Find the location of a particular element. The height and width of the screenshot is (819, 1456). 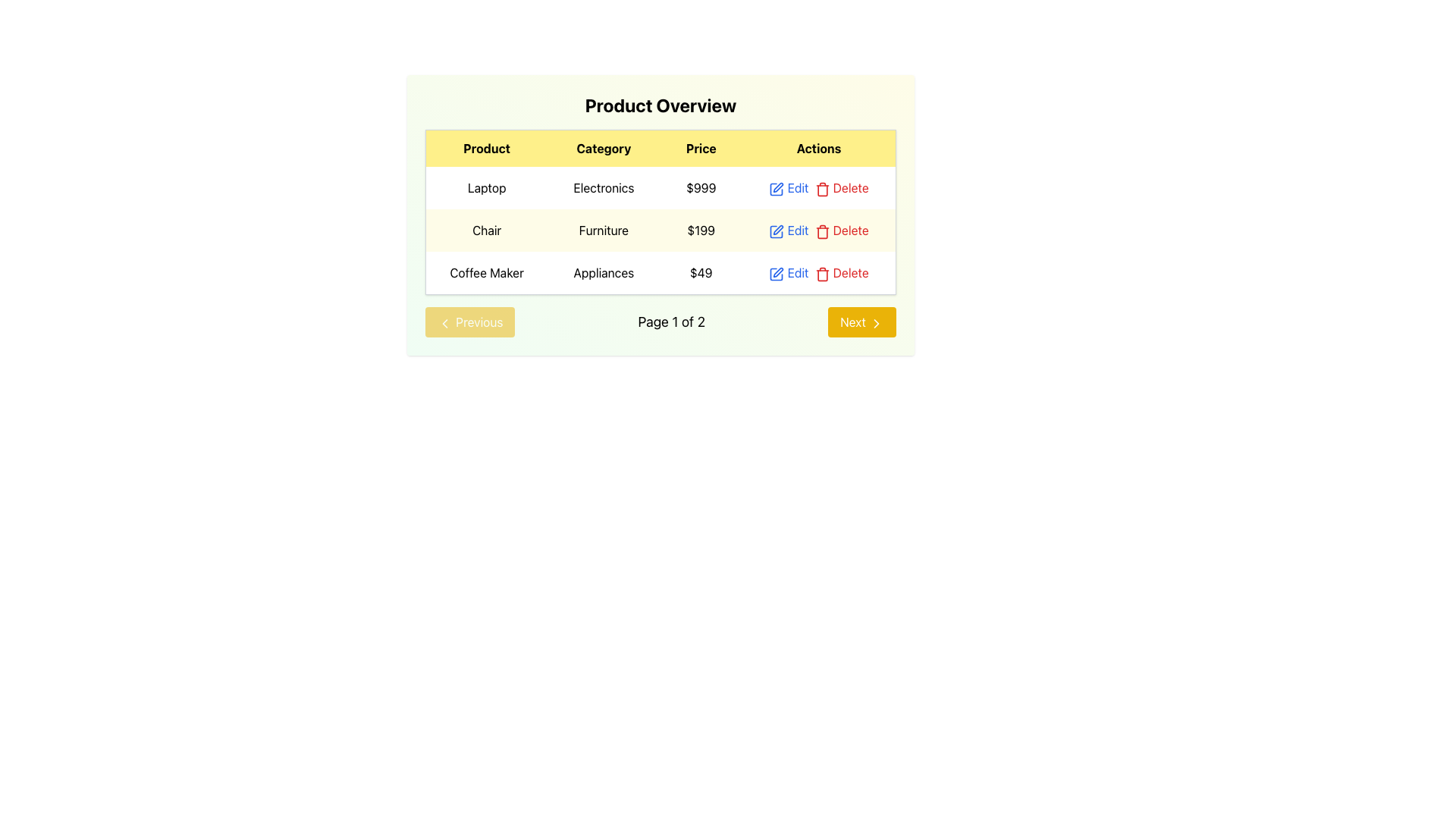

the left-facing chevron arrow icon within the 'Previous' button located at the bottom-left of the pagination control is located at coordinates (444, 322).